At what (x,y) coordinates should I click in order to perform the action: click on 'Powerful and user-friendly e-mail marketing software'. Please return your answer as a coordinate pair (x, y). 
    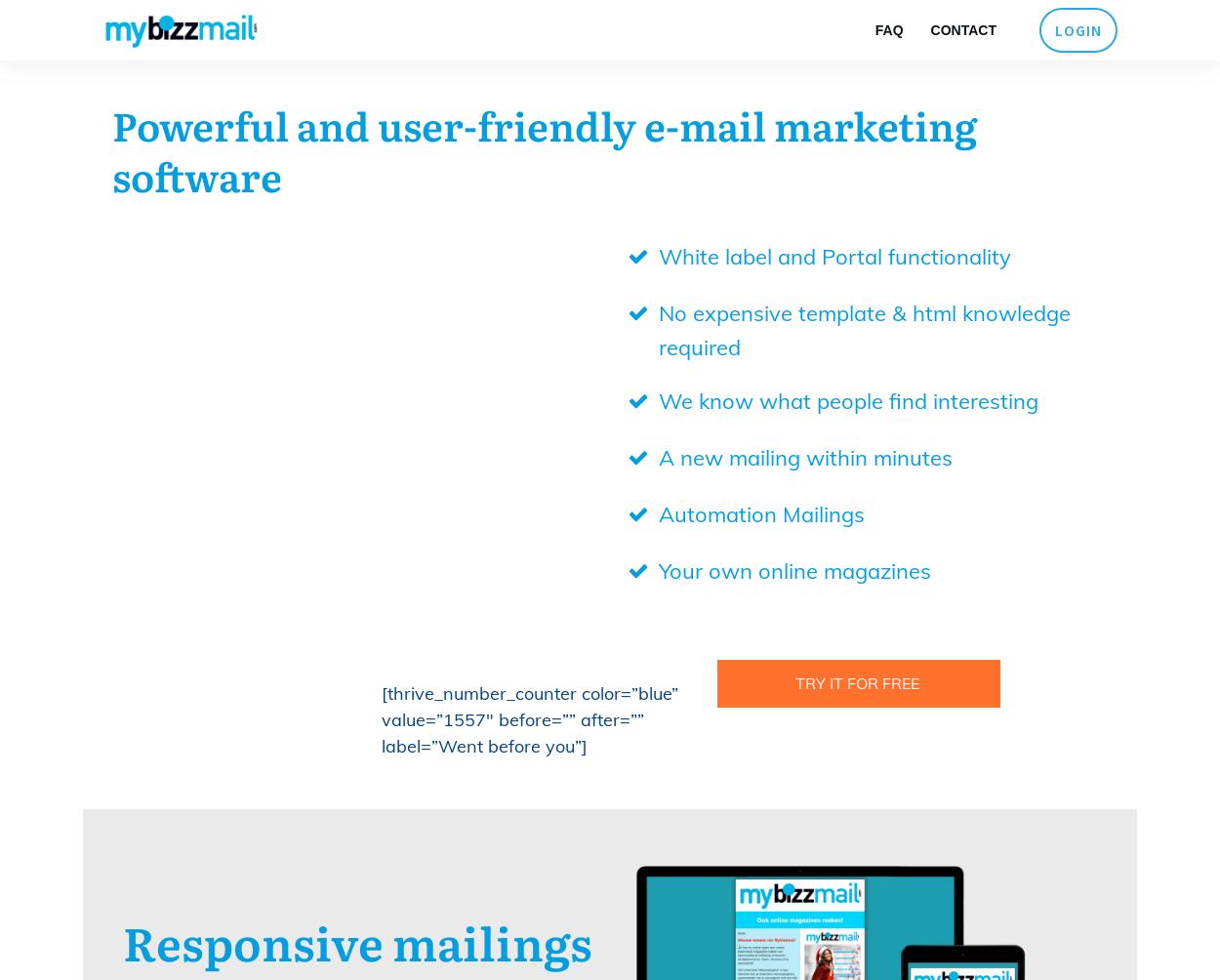
    Looking at the image, I should click on (111, 148).